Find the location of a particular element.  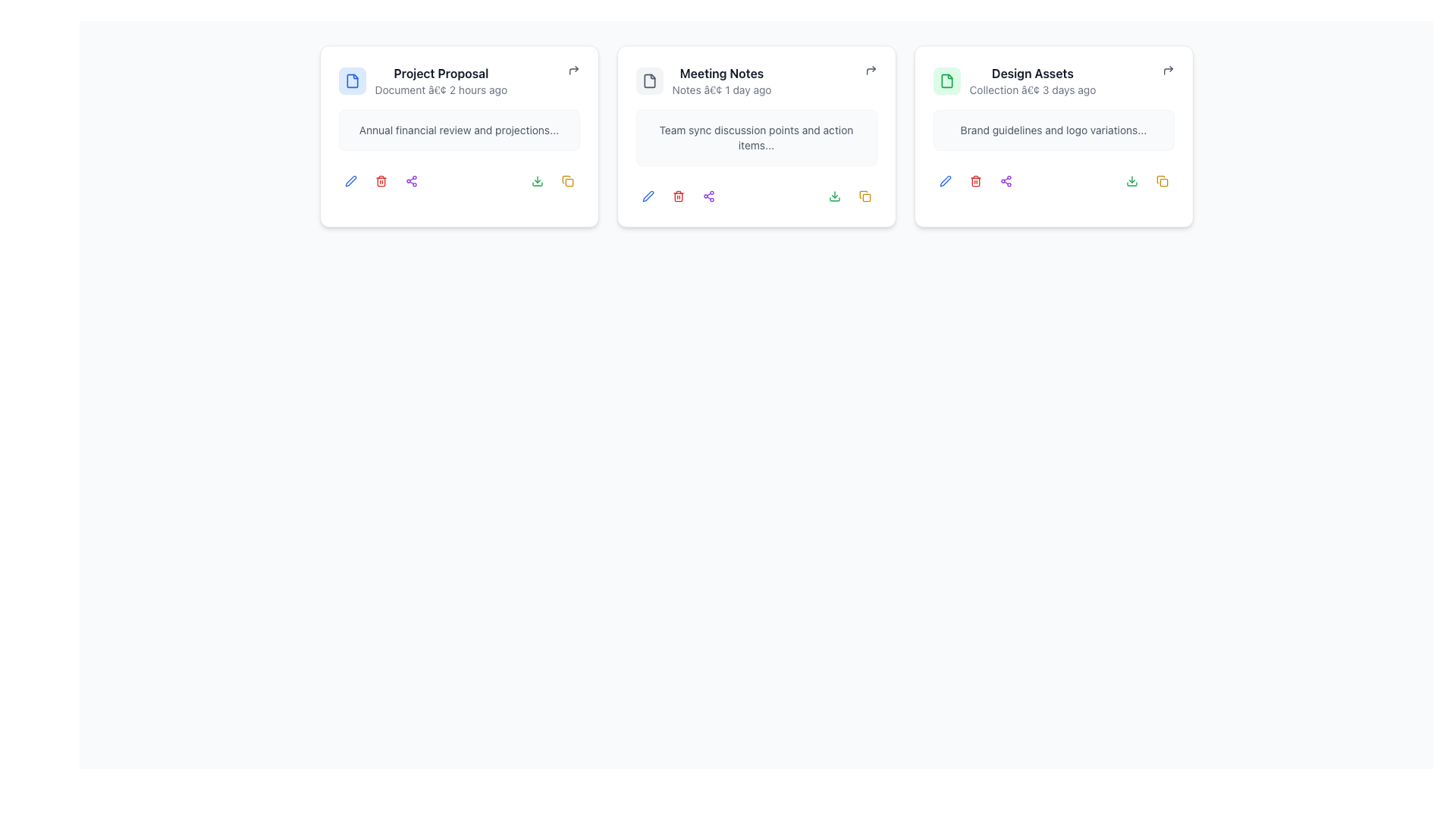

the static text label displaying 'Document â€¢ 2 hours ago', which is positioned beneath the title 'Project Proposal' in the first card of a horizontal arrangement of cards is located at coordinates (440, 90).